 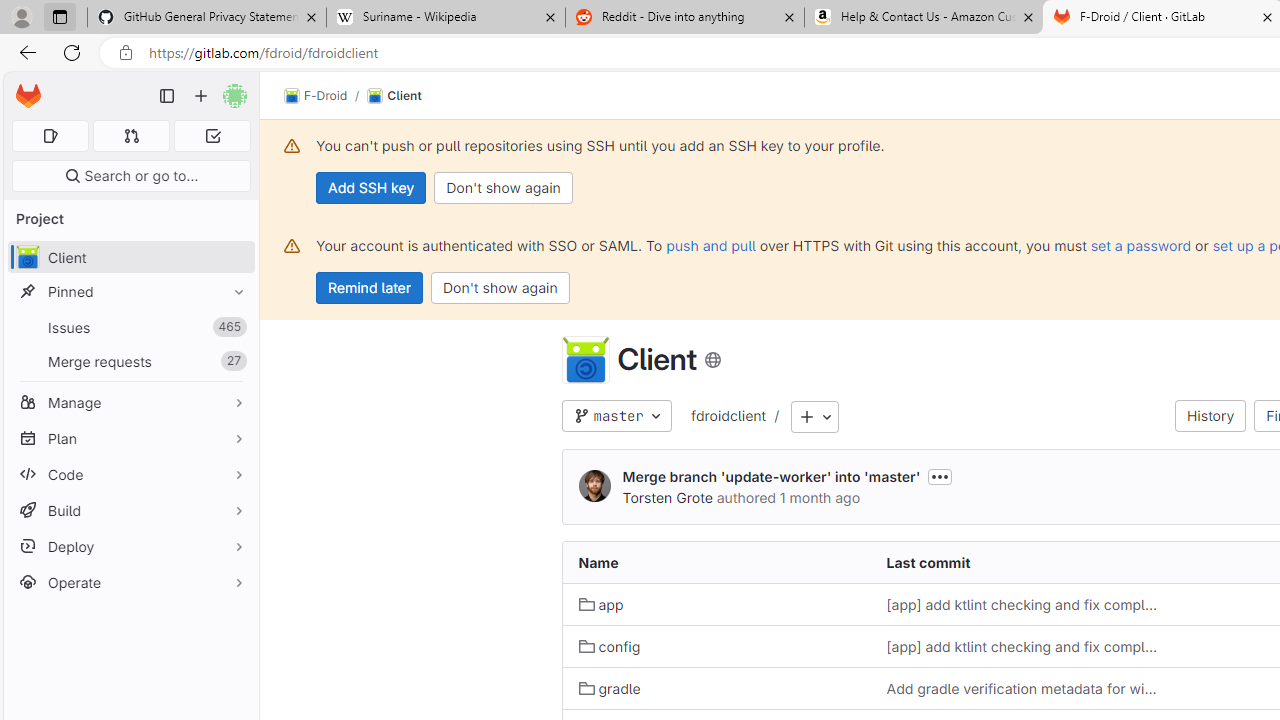 I want to click on 'Remind later', so click(x=369, y=288).